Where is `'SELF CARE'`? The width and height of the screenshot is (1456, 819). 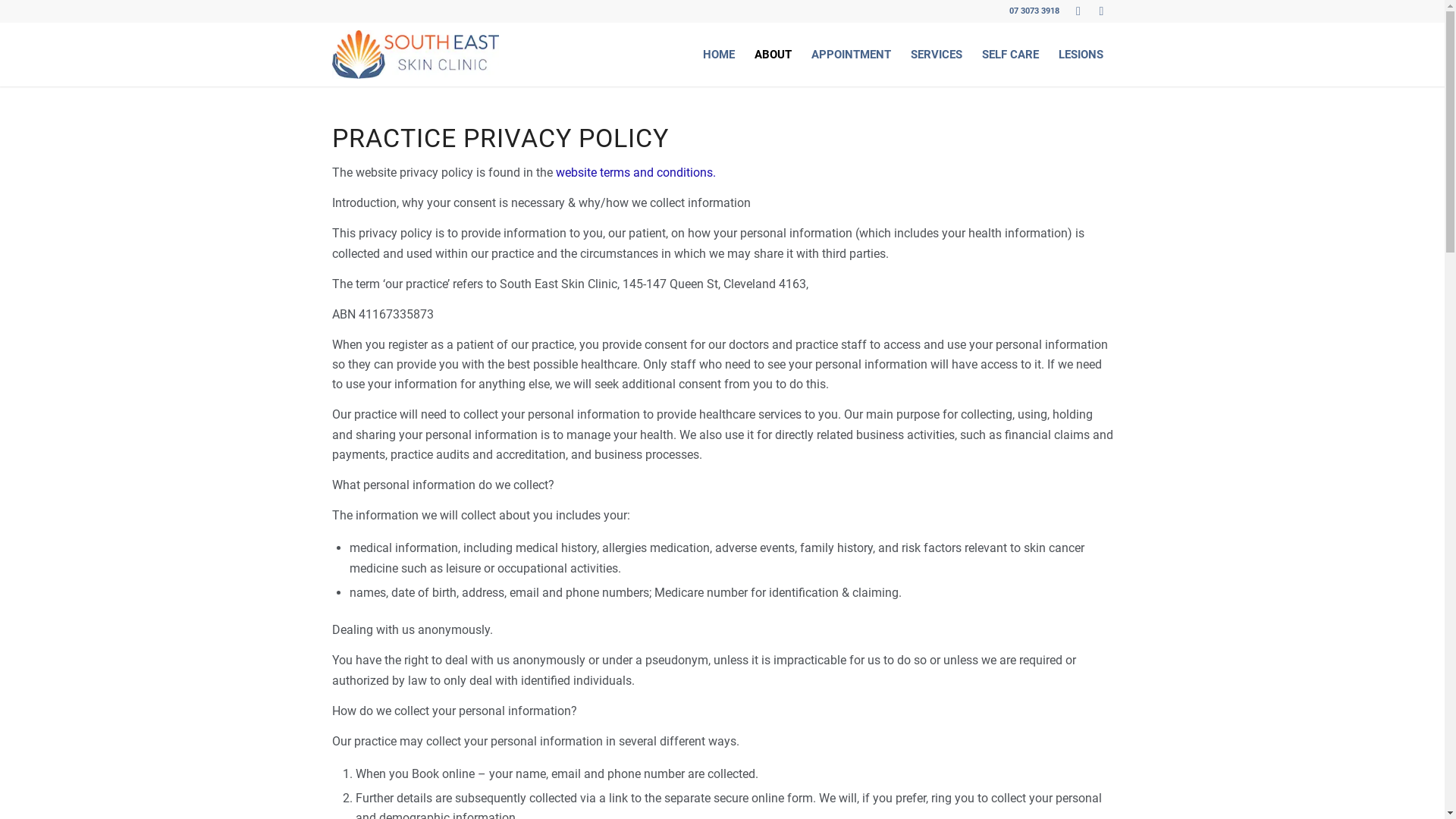
'SELF CARE' is located at coordinates (1010, 54).